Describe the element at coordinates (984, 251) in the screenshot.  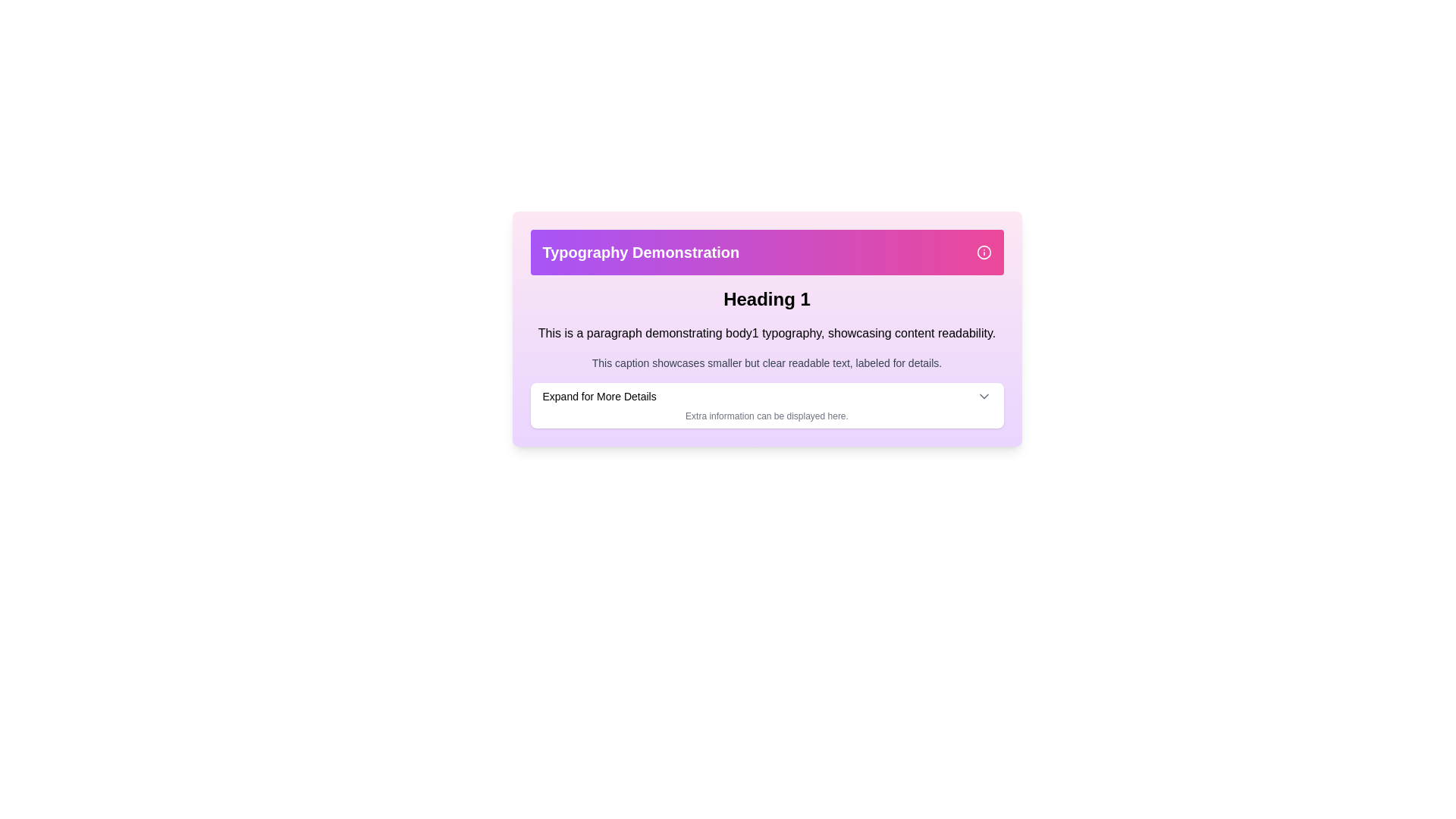
I see `the SVG vector graphic circle that is part of the information icon in the top-right corner of the purple header bar, which provides visual context about the section labeled 'Typography Demonstration.'` at that location.